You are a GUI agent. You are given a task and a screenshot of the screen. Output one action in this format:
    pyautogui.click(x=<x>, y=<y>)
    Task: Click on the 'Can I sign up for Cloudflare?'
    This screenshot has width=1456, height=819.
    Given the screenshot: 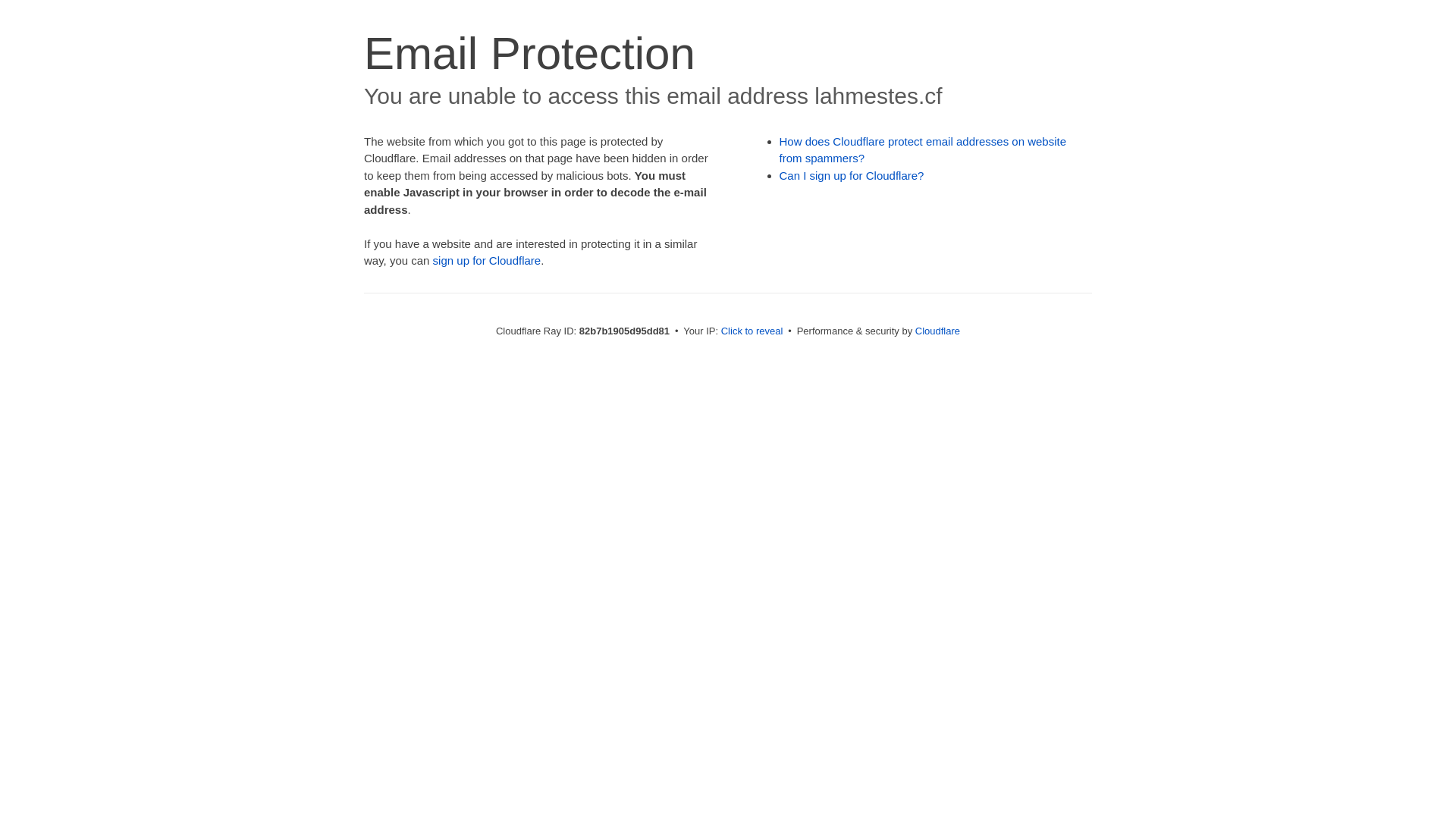 What is the action you would take?
    pyautogui.click(x=852, y=174)
    